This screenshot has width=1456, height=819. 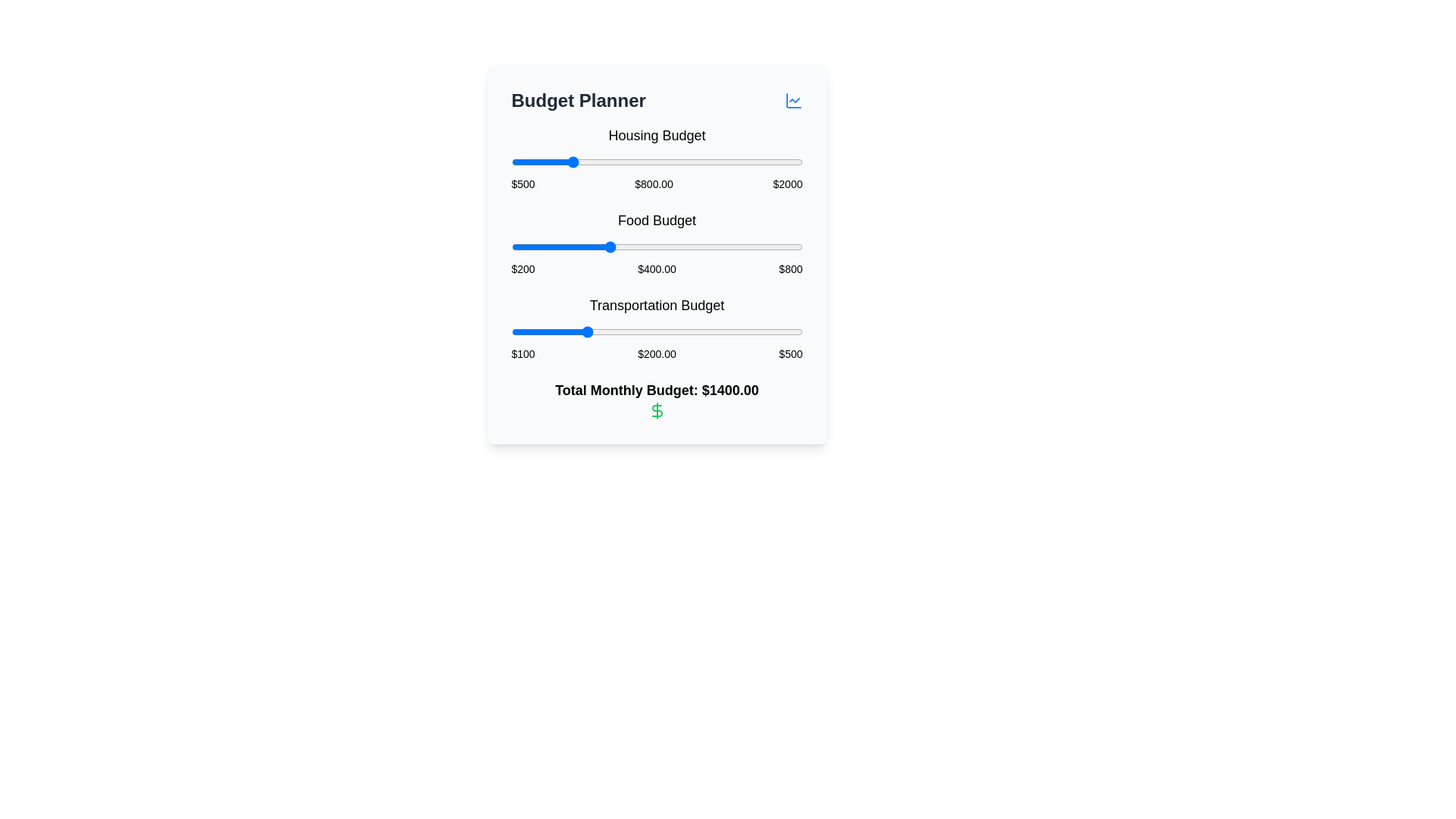 What do you see at coordinates (551, 162) in the screenshot?
I see `the housing budget slider` at bounding box center [551, 162].